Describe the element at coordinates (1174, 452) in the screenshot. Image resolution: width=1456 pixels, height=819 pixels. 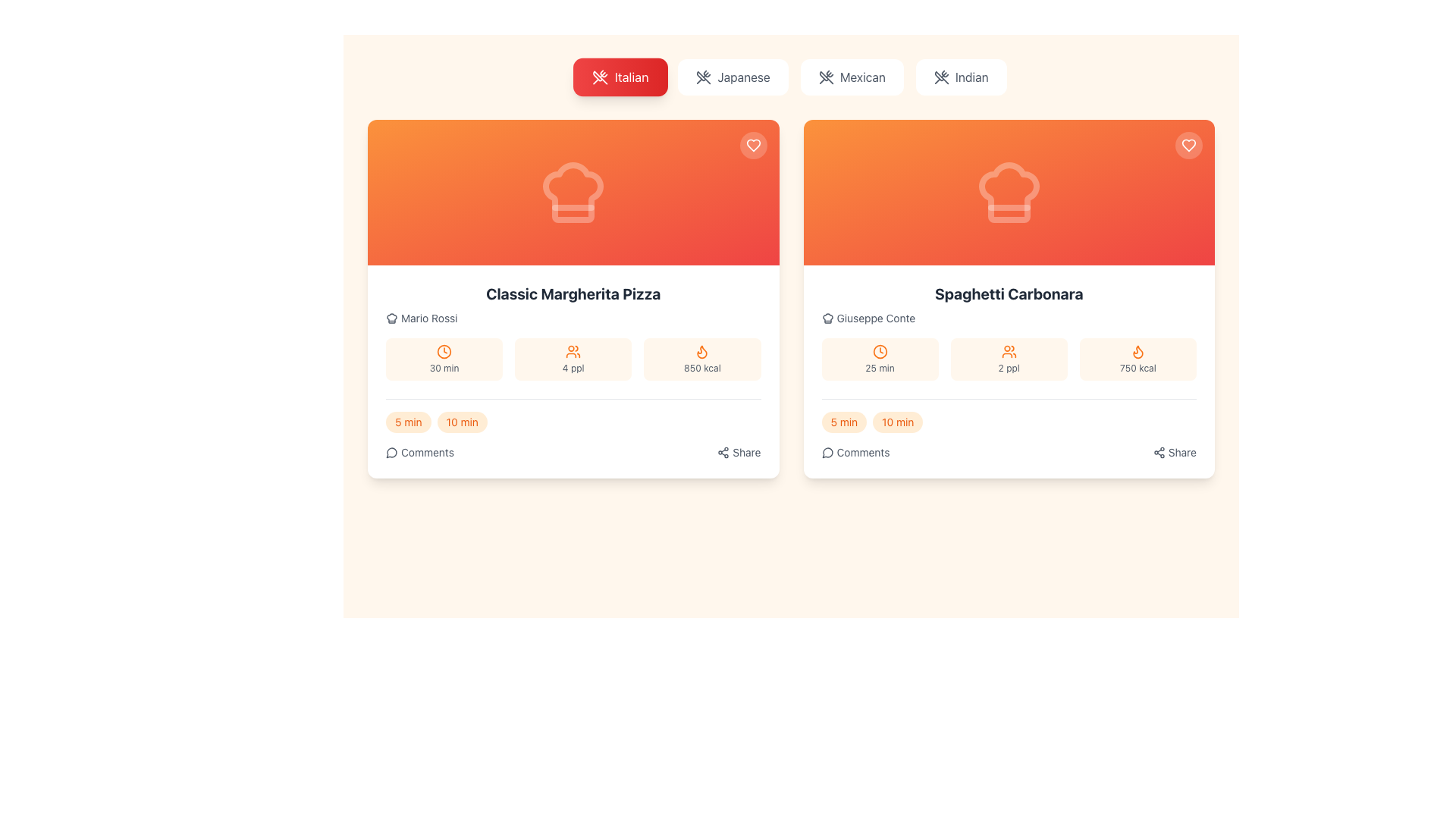
I see `the share button located at the bottom right of the 'Spaghetti Carbonara' card` at that location.